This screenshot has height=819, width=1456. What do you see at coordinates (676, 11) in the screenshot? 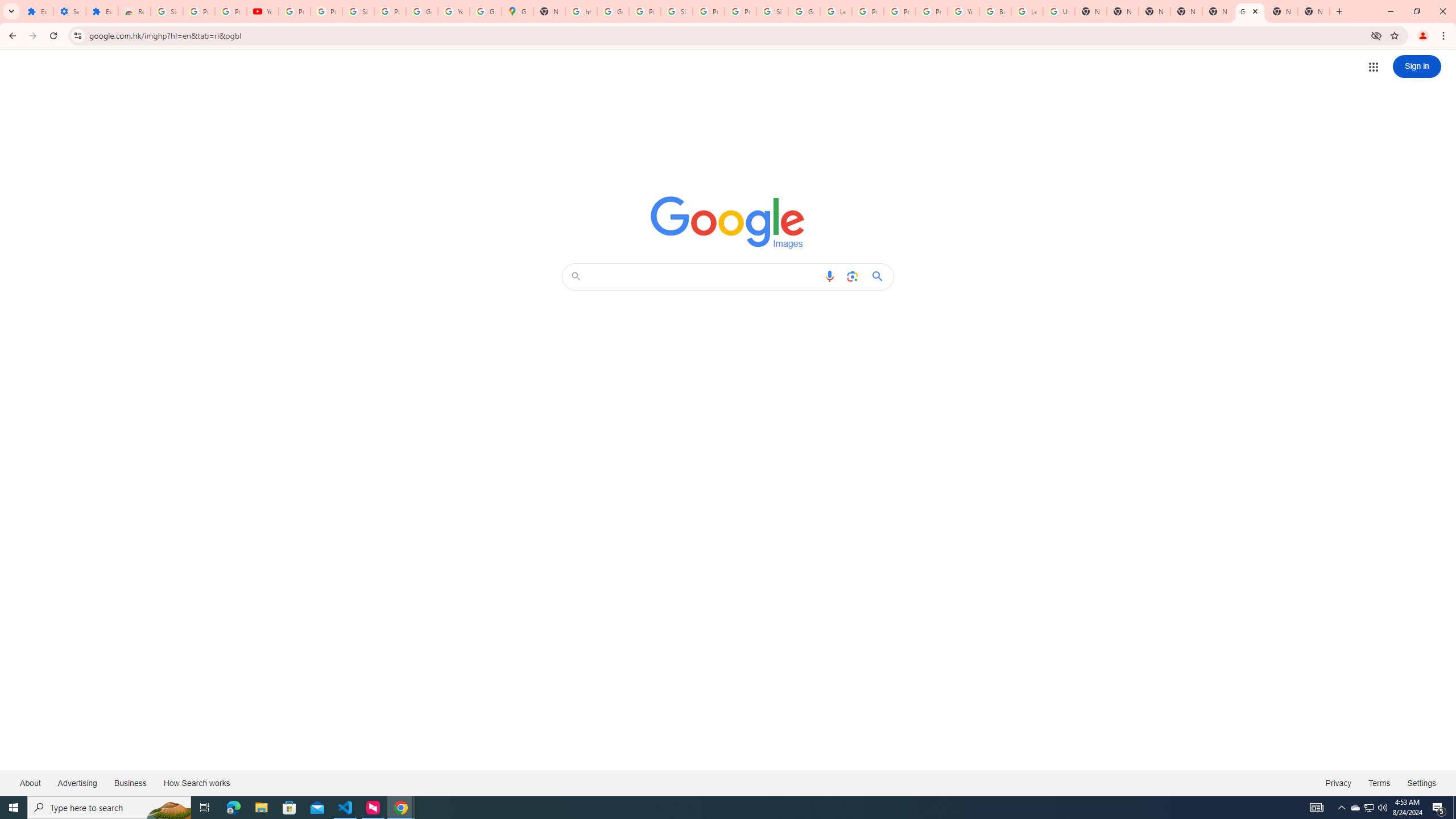
I see `'Sign in - Google Accounts'` at bounding box center [676, 11].